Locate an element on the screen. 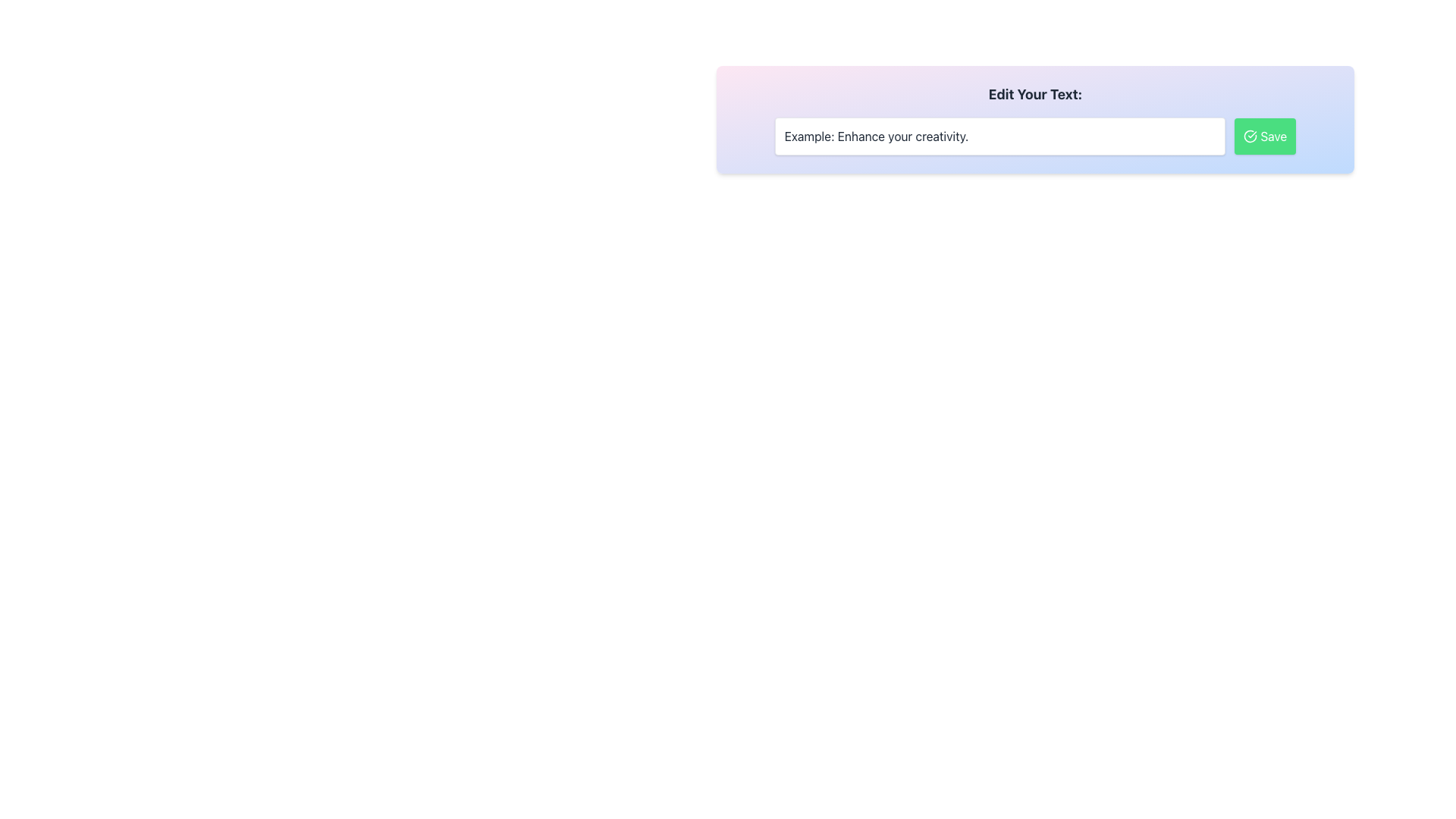  the confirmation icon located within the green 'Save' button, positioned to the left of the 'Save' text is located at coordinates (1250, 136).